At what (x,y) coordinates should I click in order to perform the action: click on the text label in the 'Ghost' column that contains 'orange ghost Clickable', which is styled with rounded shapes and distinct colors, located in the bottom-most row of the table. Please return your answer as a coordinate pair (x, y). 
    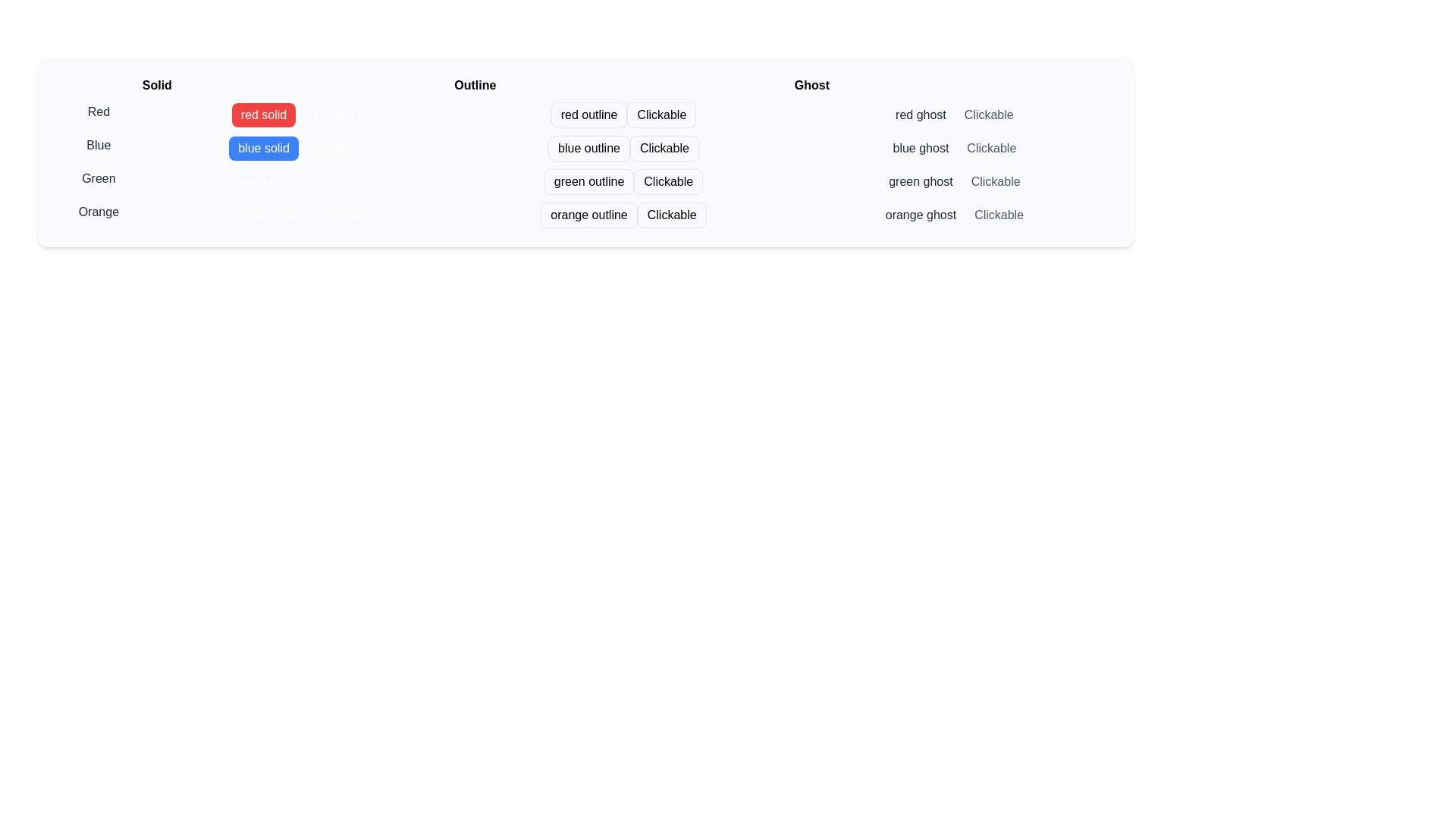
    Looking at the image, I should click on (953, 212).